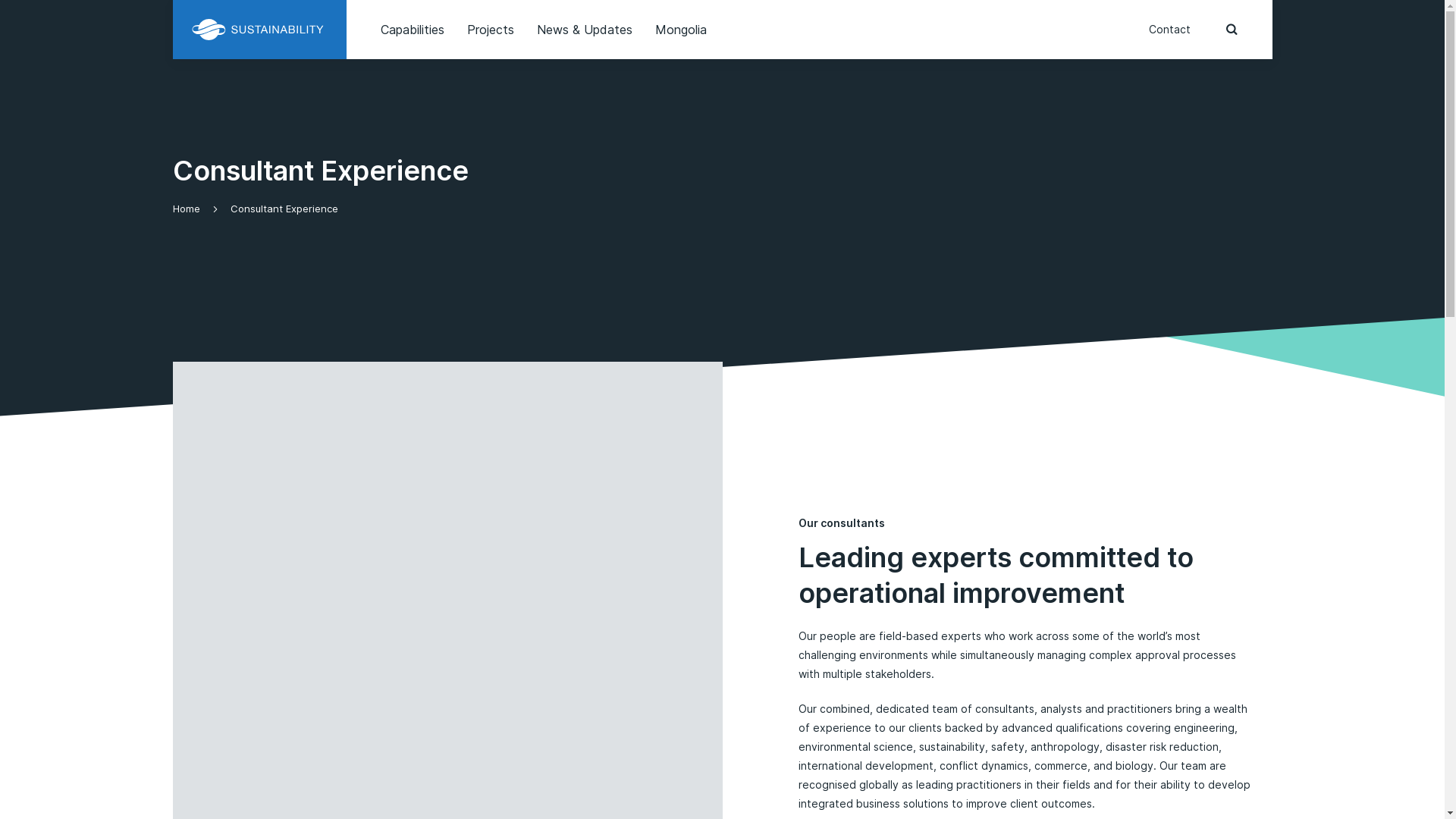 This screenshot has height=819, width=1456. I want to click on 'Sustainability WA', so click(259, 29).